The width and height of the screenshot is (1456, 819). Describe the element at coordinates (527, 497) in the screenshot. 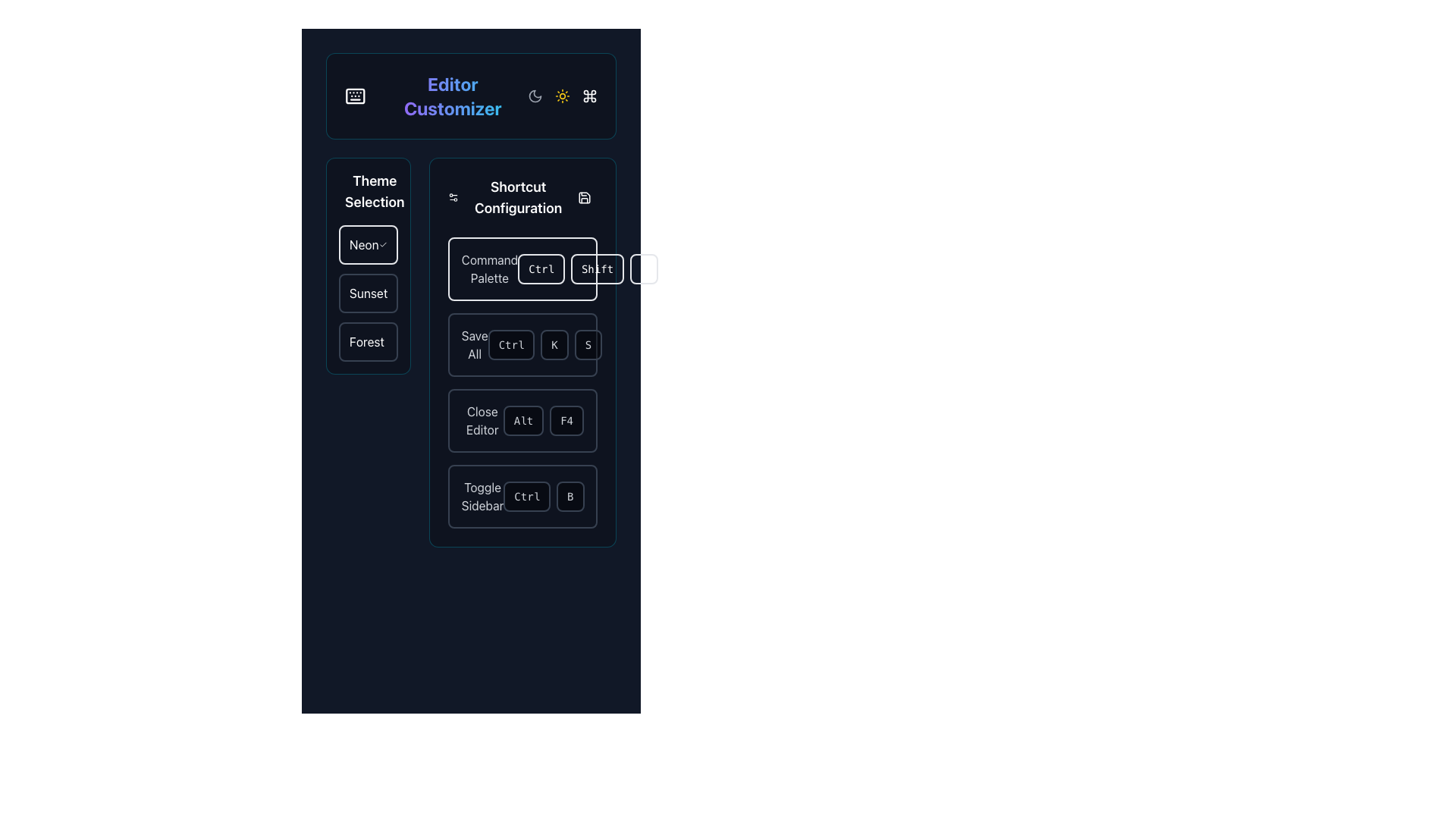

I see `the 'Ctrl' button-like indicator for the keyboard modifier key, which is styled with a dark background and light gray text, located in the 'Shortcut Configuration' section` at that location.